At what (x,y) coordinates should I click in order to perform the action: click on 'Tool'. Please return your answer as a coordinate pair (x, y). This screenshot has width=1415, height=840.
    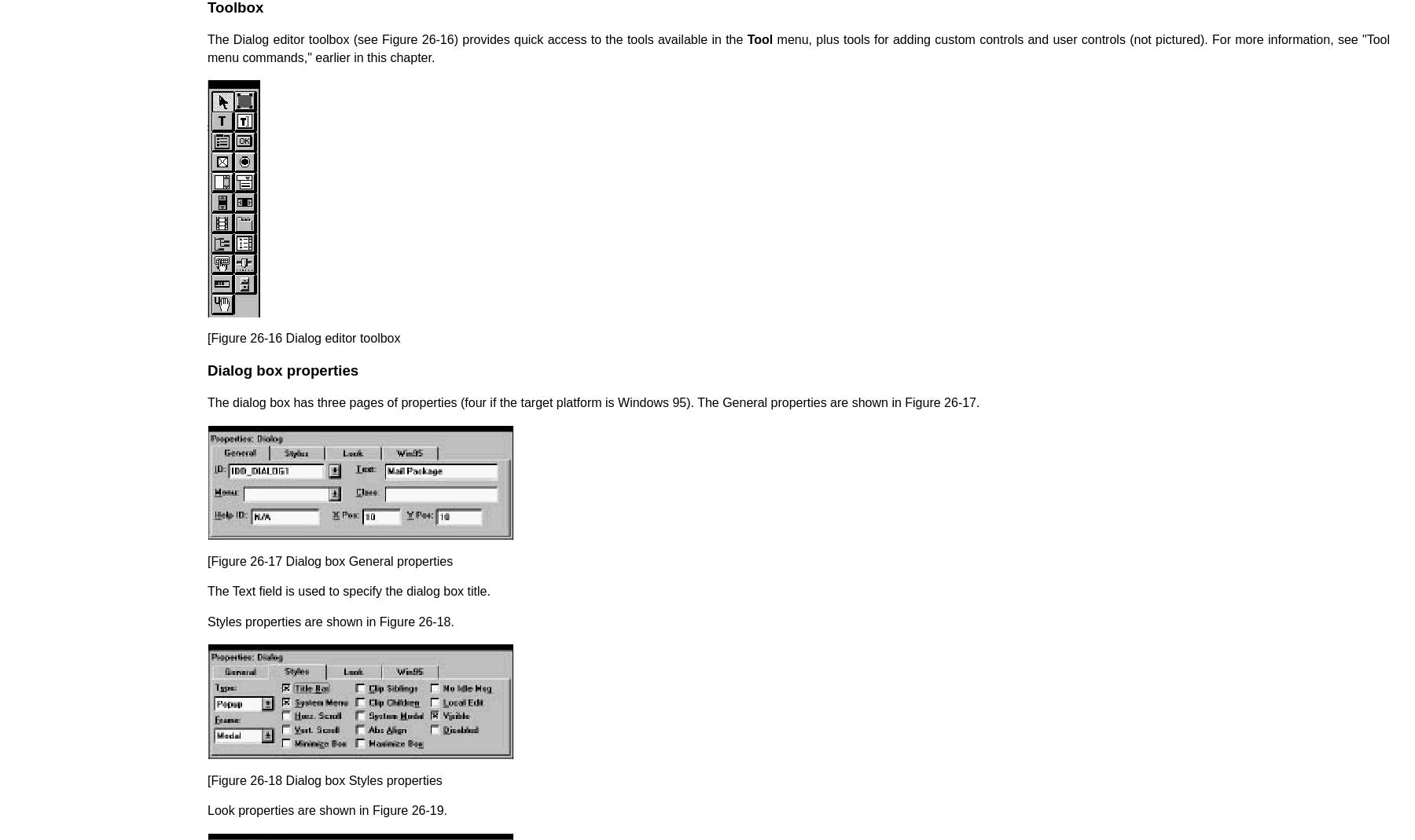
    Looking at the image, I should click on (759, 39).